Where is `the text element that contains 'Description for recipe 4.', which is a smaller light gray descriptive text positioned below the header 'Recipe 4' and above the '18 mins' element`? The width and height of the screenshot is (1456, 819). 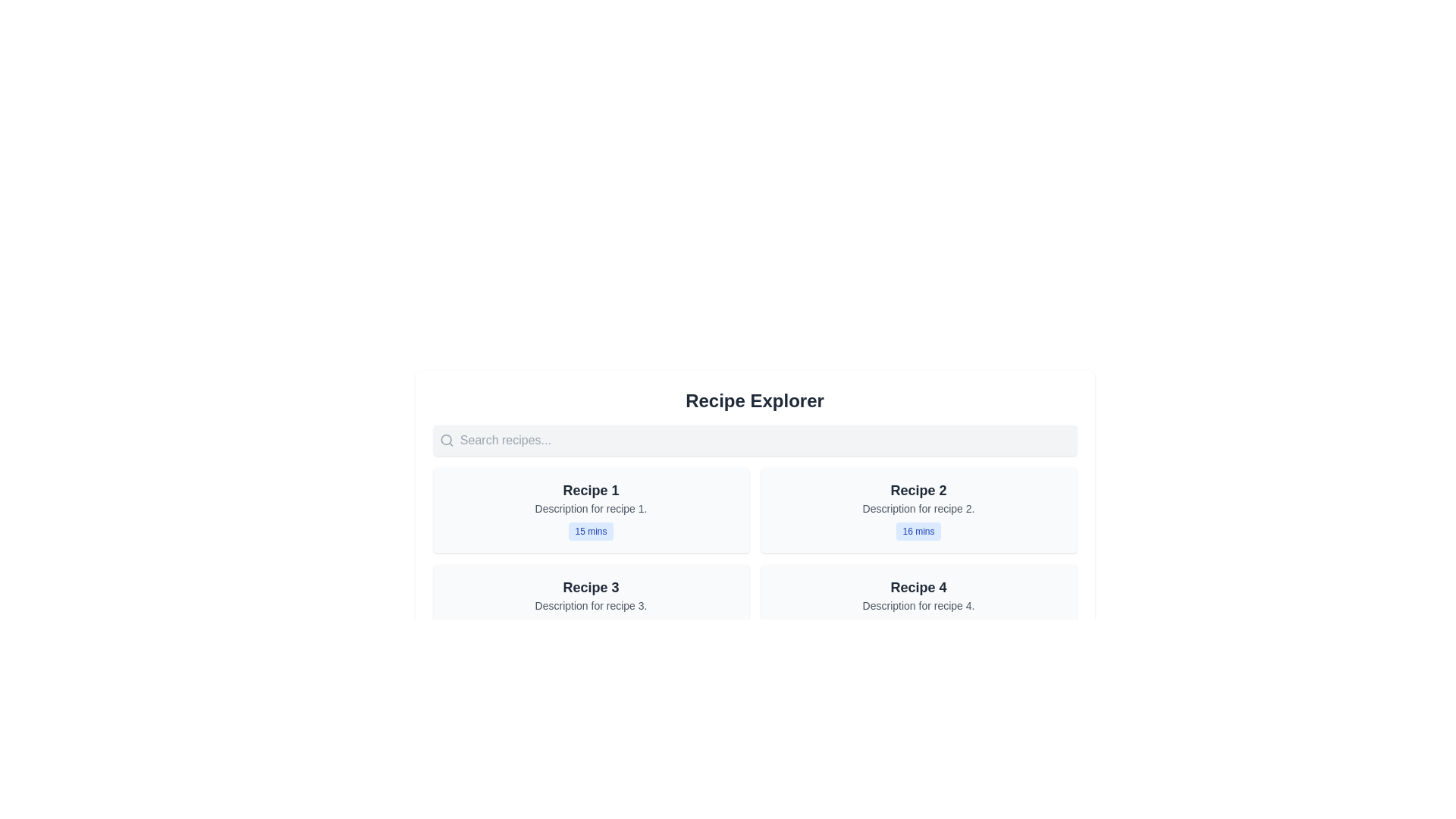
the text element that contains 'Description for recipe 4.', which is a smaller light gray descriptive text positioned below the header 'Recipe 4' and above the '18 mins' element is located at coordinates (918, 604).